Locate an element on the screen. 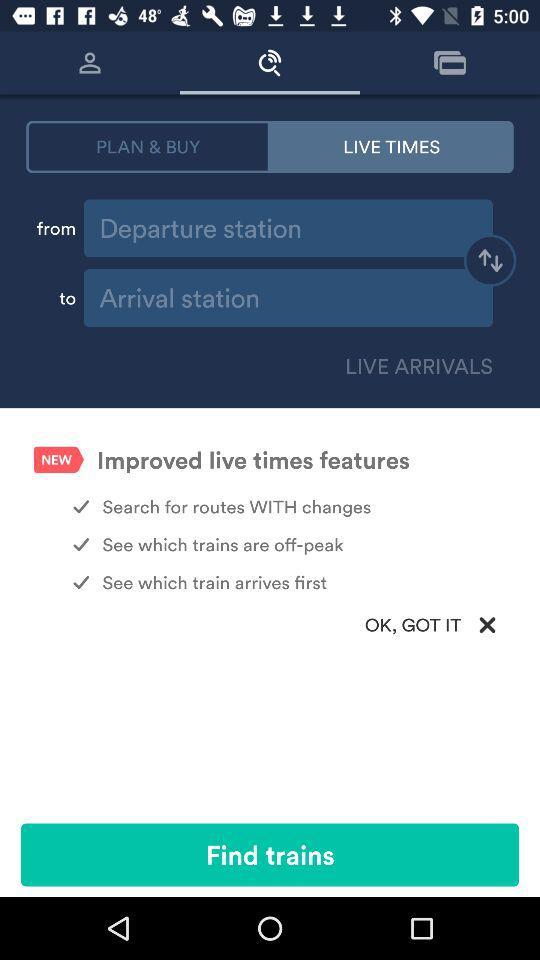  plan & buy icon is located at coordinates (147, 145).